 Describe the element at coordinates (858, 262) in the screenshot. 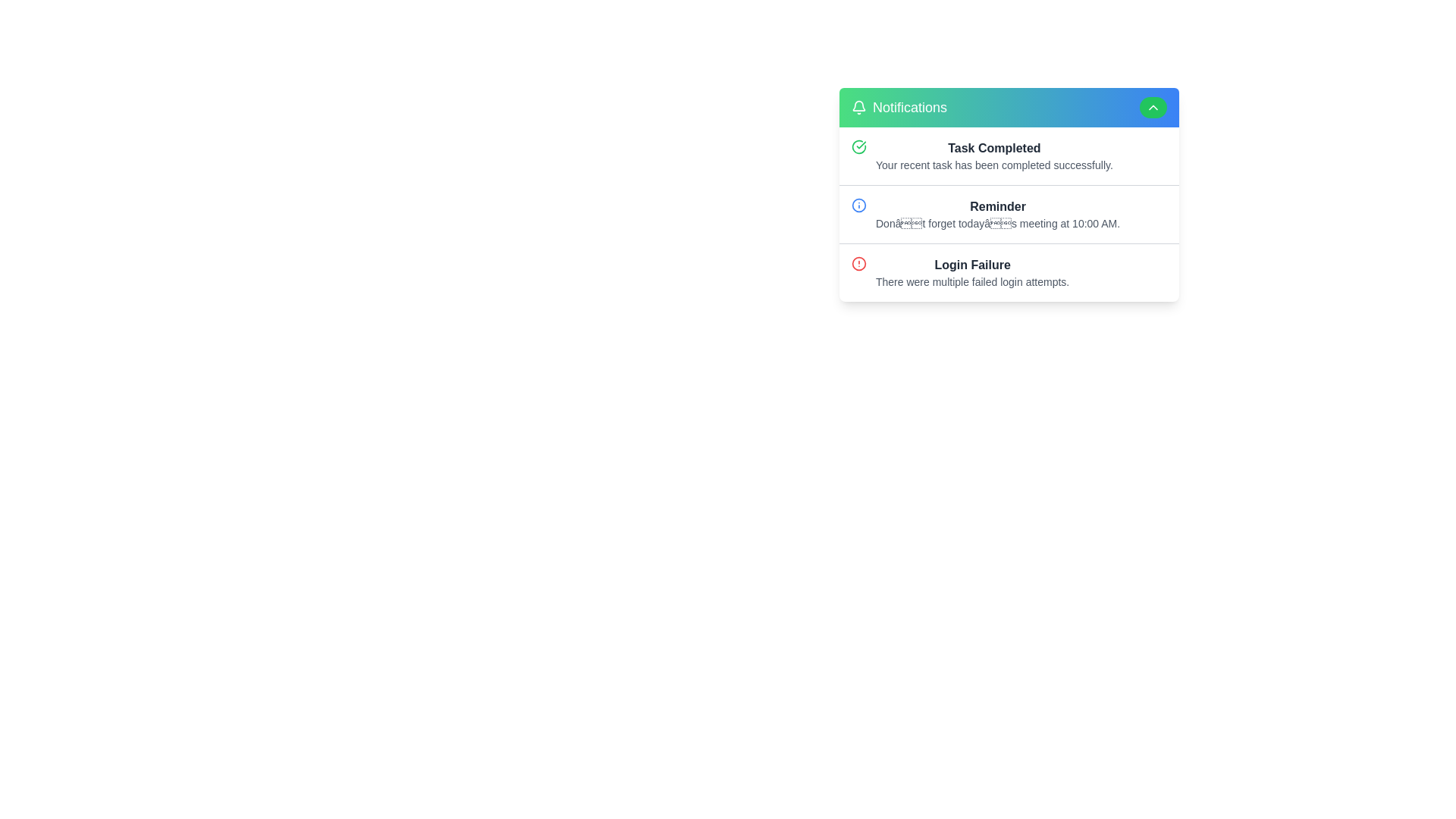

I see `the critical alert icon for 'Login Failure' located in the bottom notification panel's left-hand side` at that location.